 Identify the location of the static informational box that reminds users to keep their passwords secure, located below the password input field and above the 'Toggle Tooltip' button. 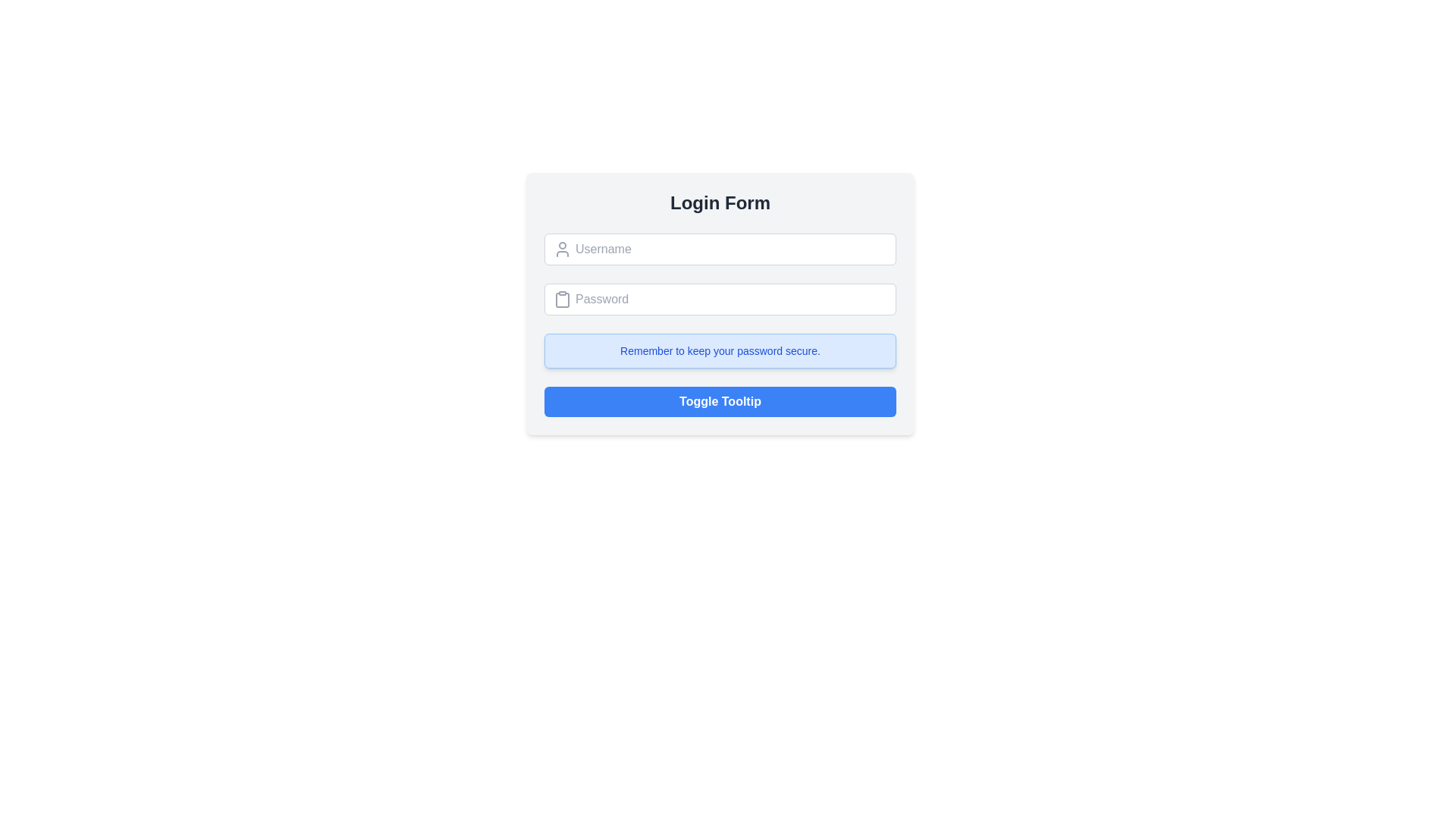
(720, 350).